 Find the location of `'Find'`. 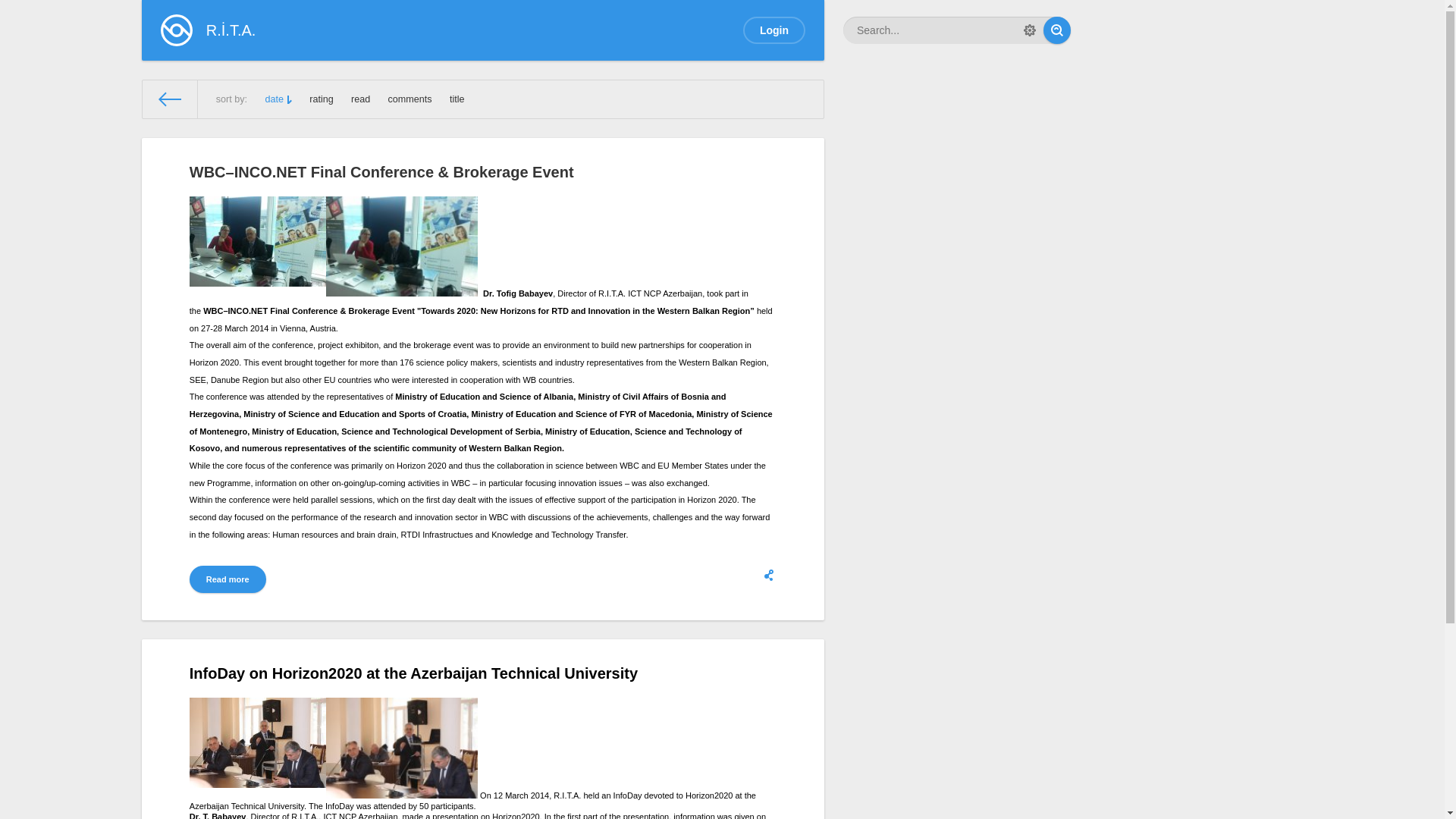

'Find' is located at coordinates (1056, 30).